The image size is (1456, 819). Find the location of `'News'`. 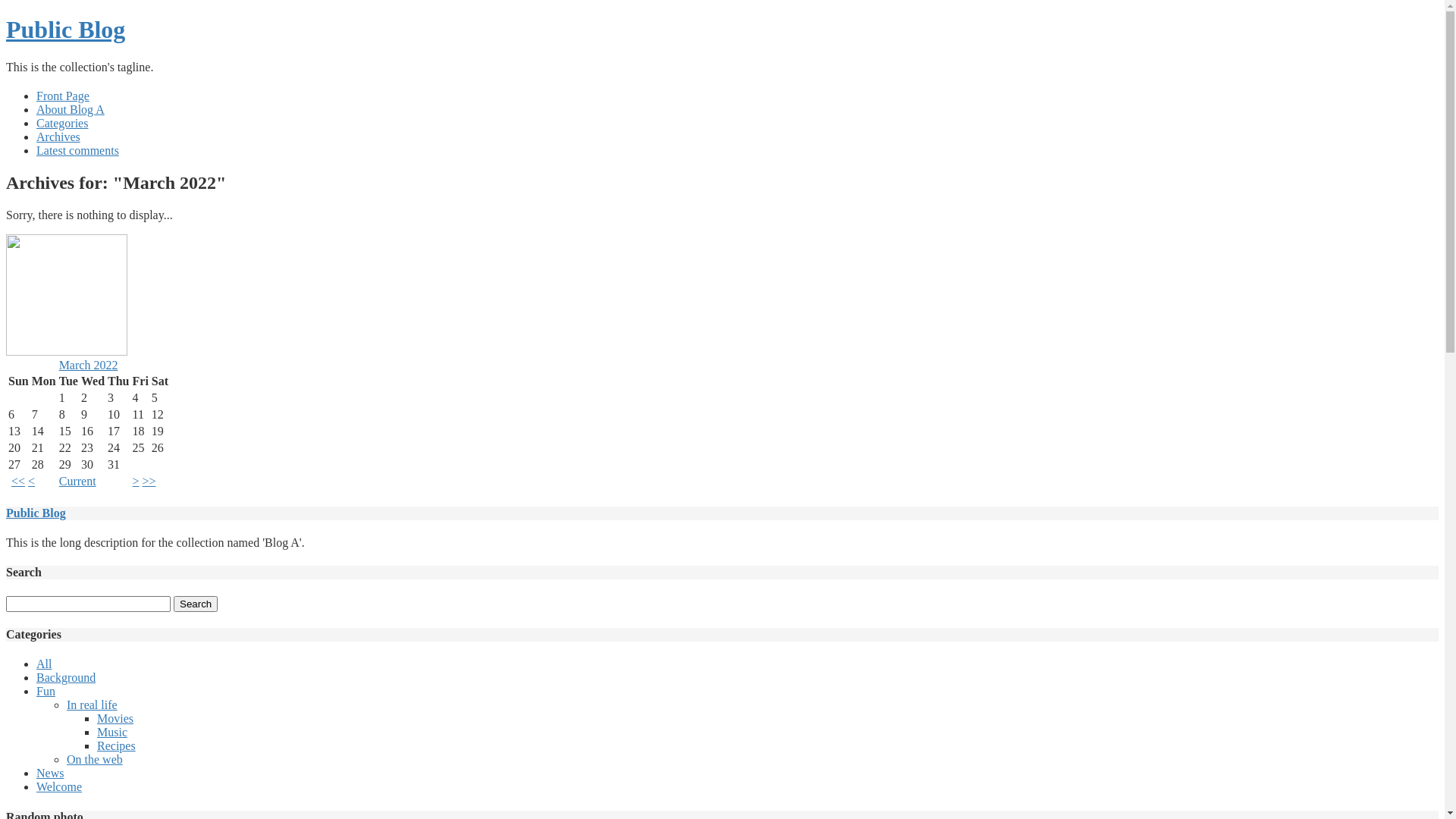

'News' is located at coordinates (50, 773).